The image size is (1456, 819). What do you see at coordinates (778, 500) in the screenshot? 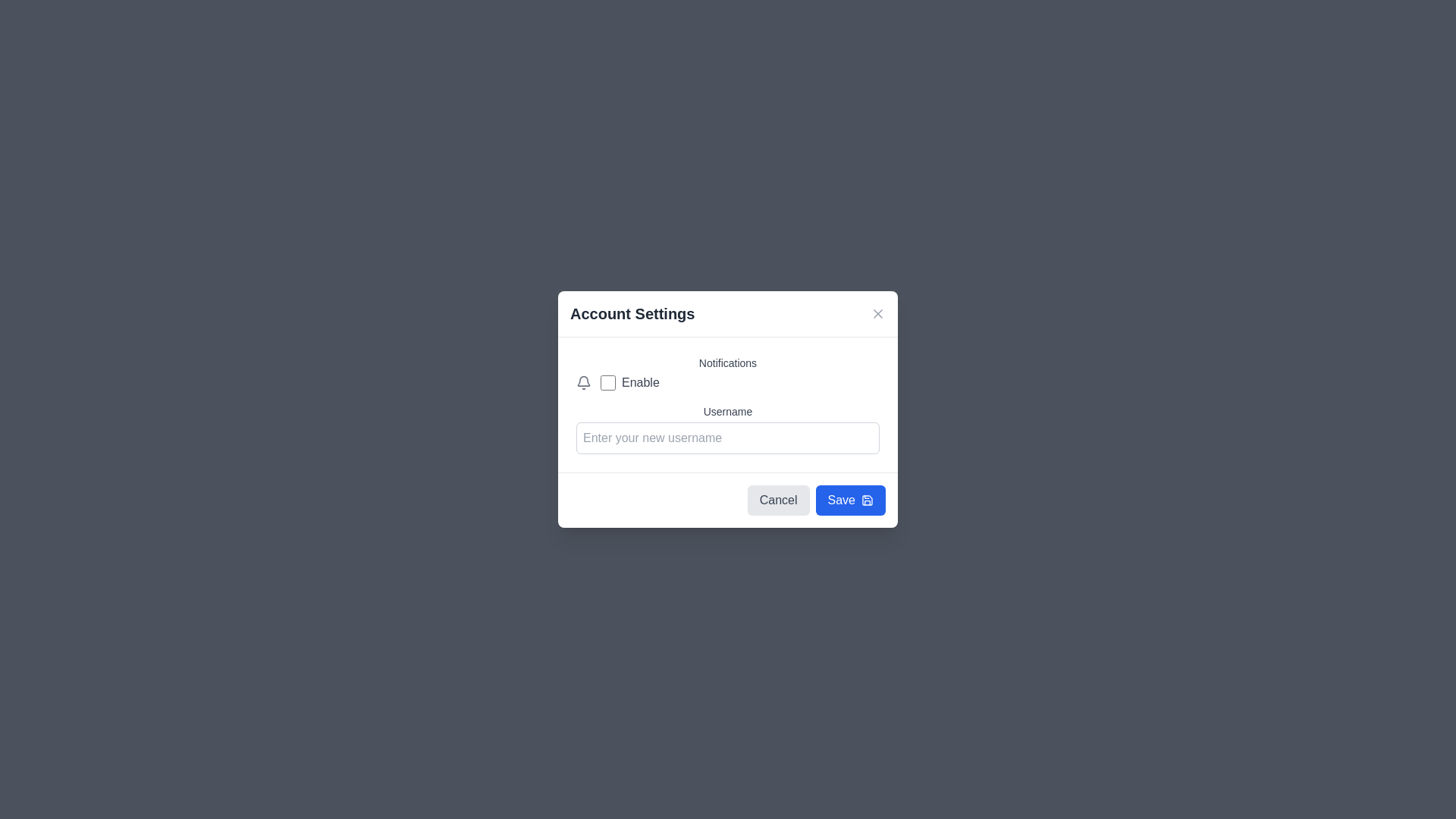
I see `the 'Cancel' button with gray text and a light gray background, located to the left of the 'Save' button in the bottom-right of the 'Account Settings' modal dialog` at bounding box center [778, 500].